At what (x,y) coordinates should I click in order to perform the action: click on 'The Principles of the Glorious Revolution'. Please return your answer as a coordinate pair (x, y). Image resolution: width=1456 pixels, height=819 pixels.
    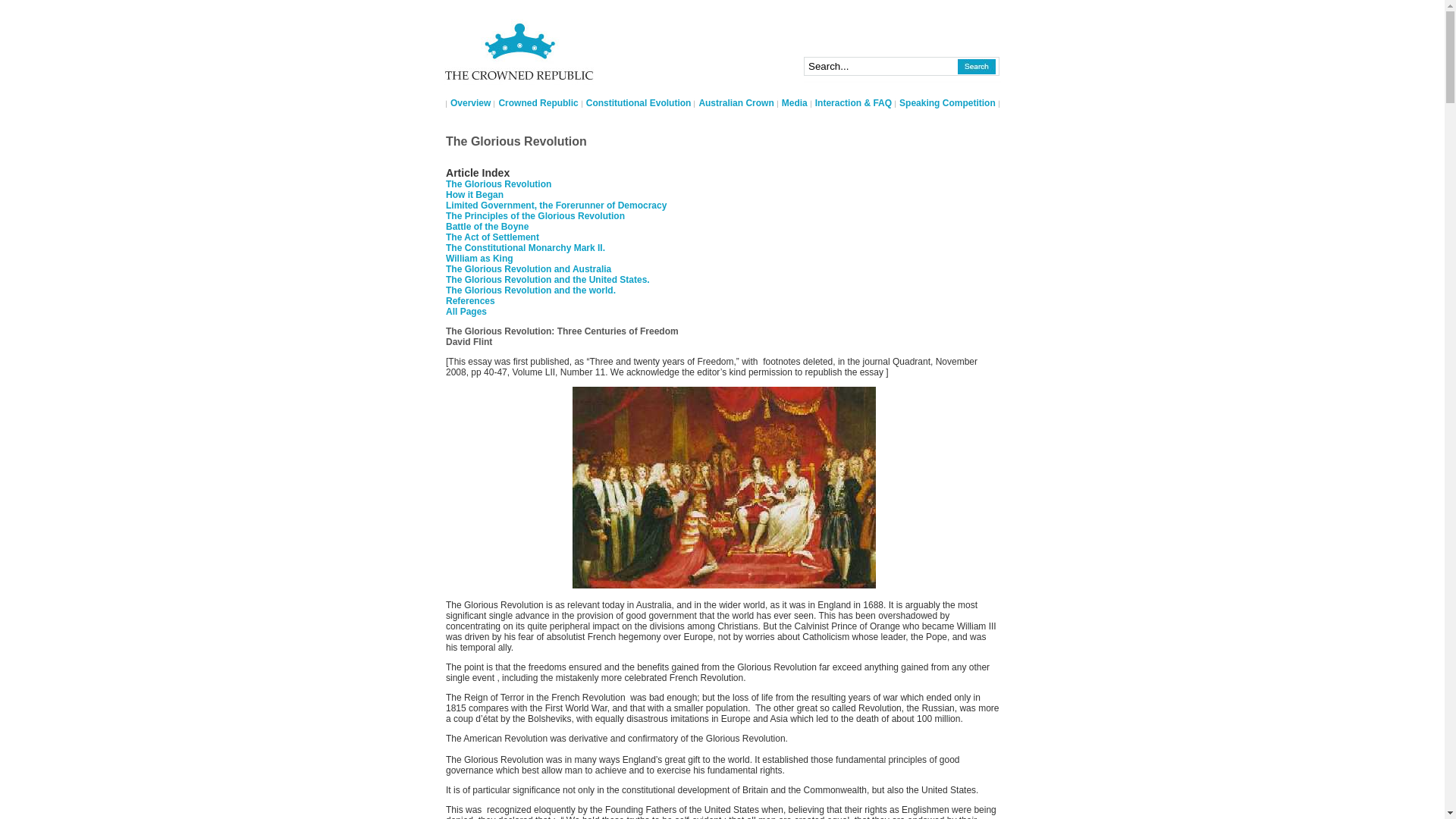
    Looking at the image, I should click on (535, 216).